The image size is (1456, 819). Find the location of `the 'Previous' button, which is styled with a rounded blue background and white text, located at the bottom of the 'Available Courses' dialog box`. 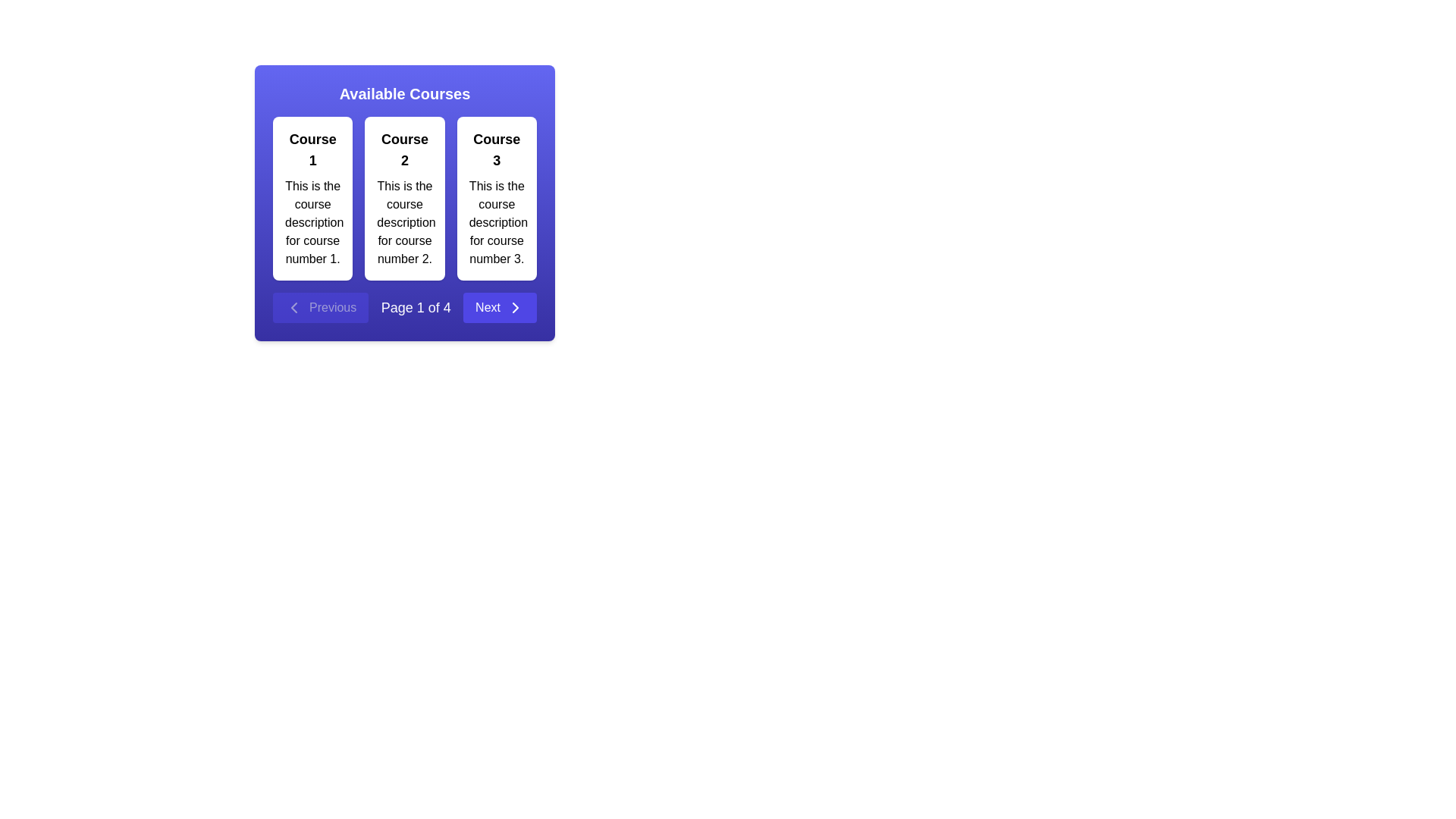

the 'Previous' button, which is styled with a rounded blue background and white text, located at the bottom of the 'Available Courses' dialog box is located at coordinates (320, 307).